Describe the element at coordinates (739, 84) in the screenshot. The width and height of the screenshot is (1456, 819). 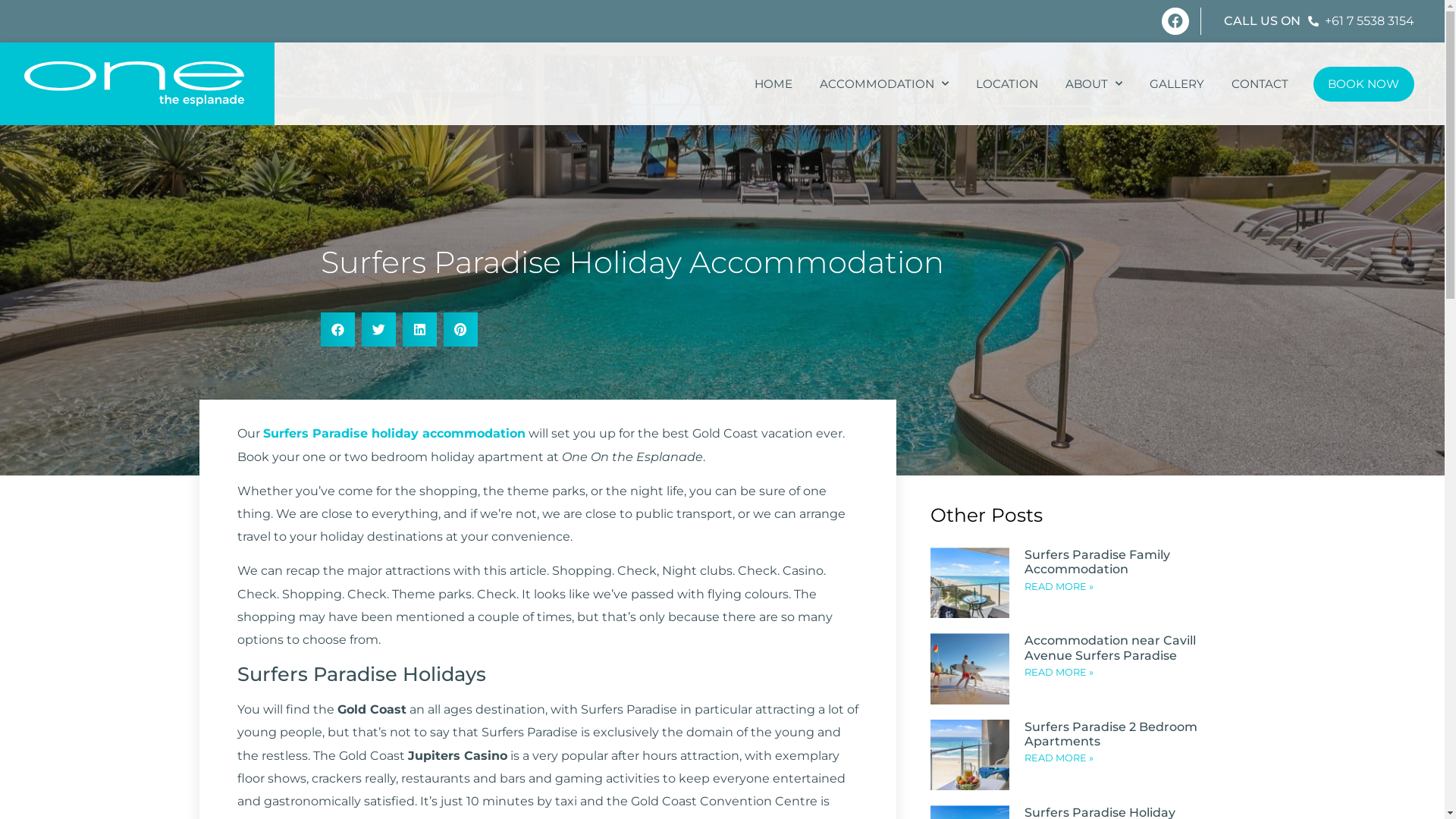
I see `'HOME'` at that location.